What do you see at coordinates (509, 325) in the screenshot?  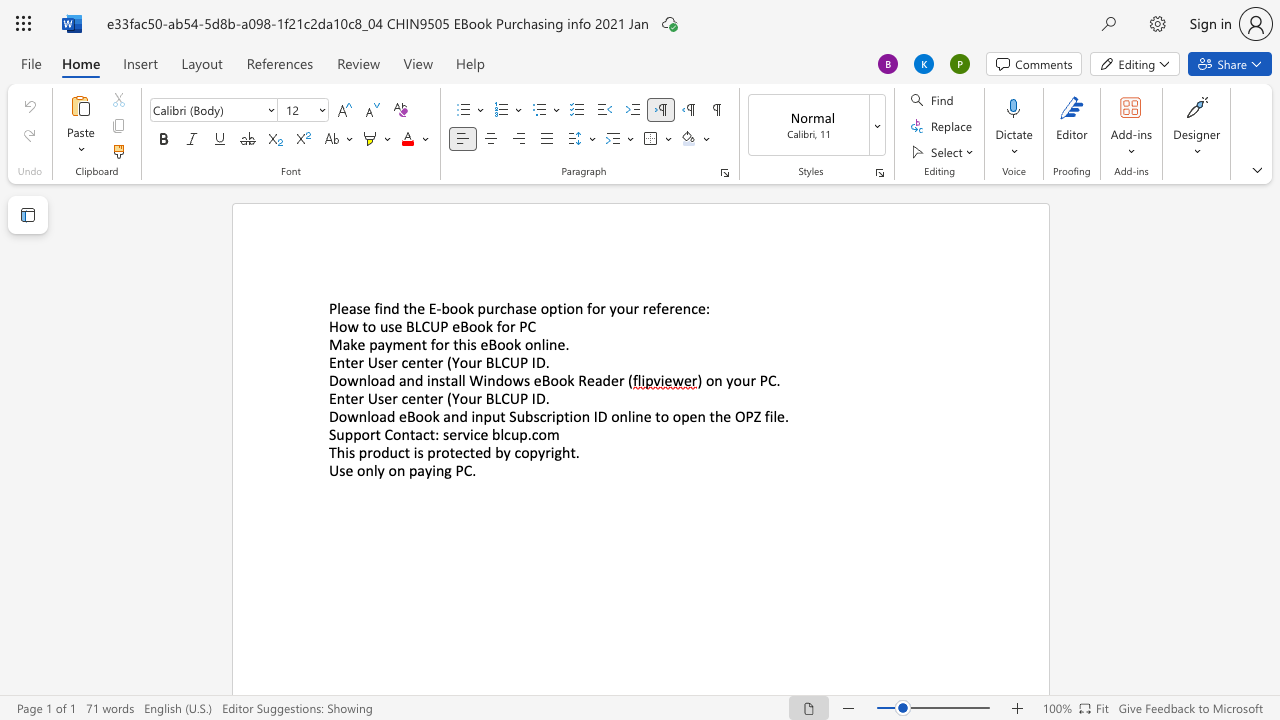 I see `the subset text "r P" within the text "How to use BLCUP eBook for PC"` at bounding box center [509, 325].